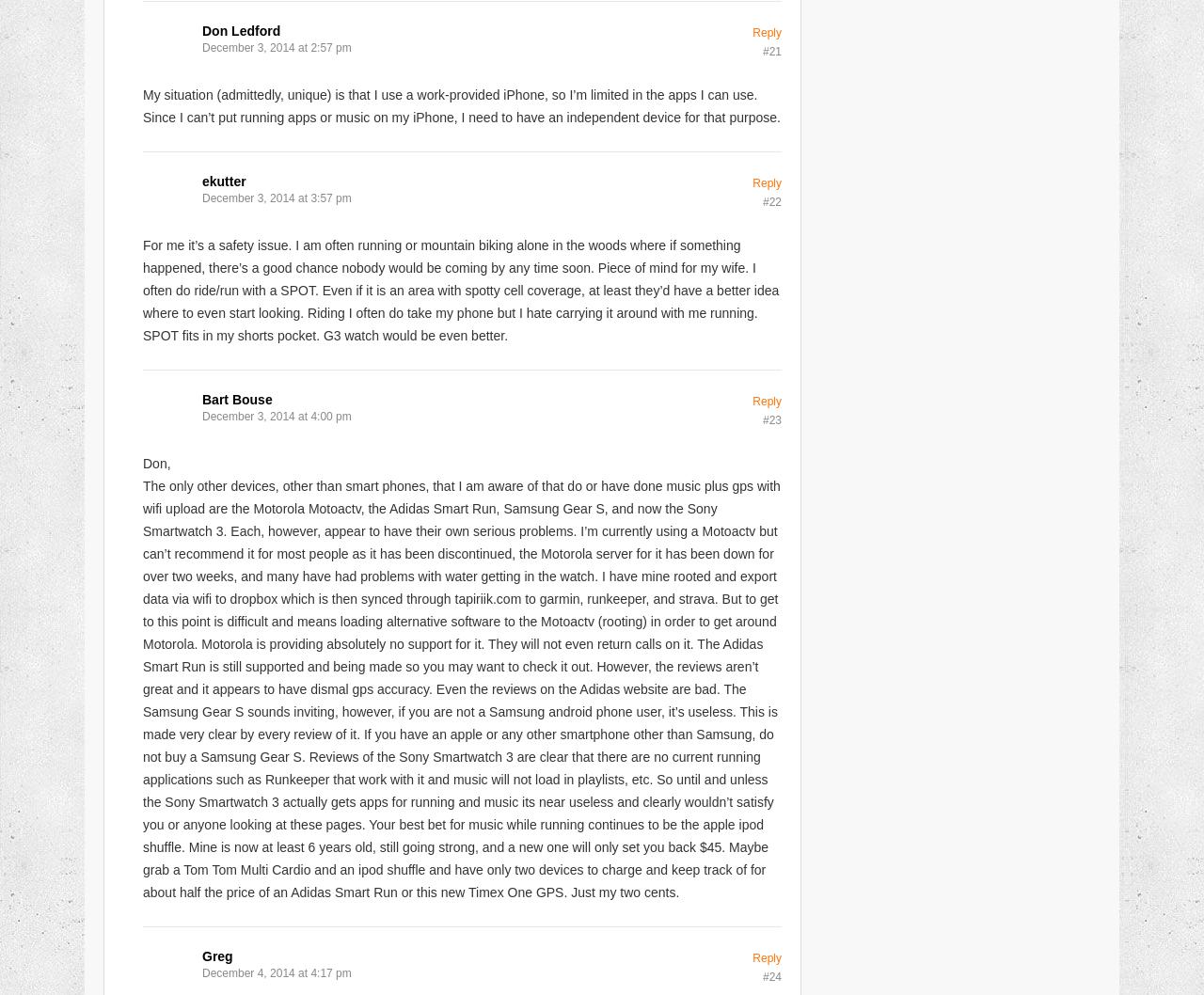 The image size is (1204, 995). I want to click on 'Bart Bouse', so click(236, 399).